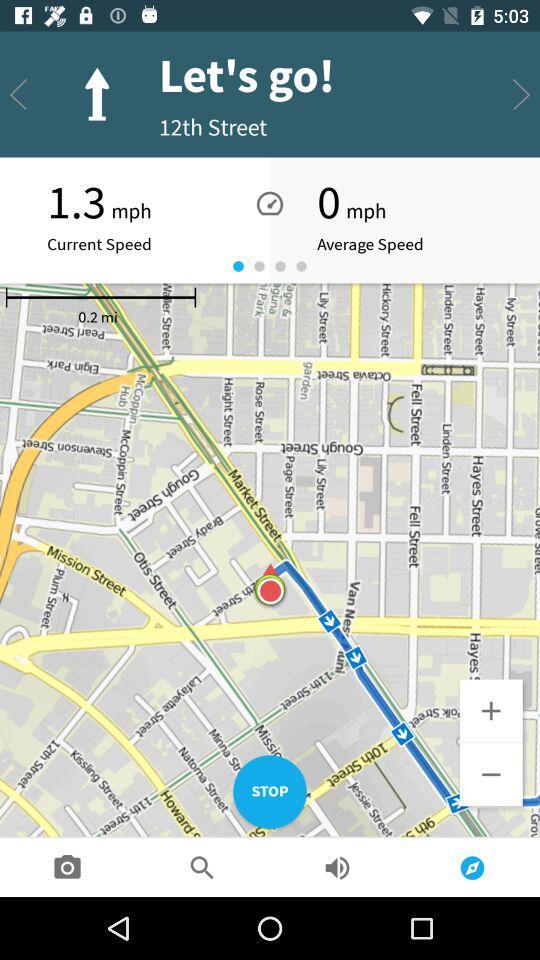 This screenshot has height=960, width=540. Describe the element at coordinates (521, 95) in the screenshot. I see `the right scroll button` at that location.